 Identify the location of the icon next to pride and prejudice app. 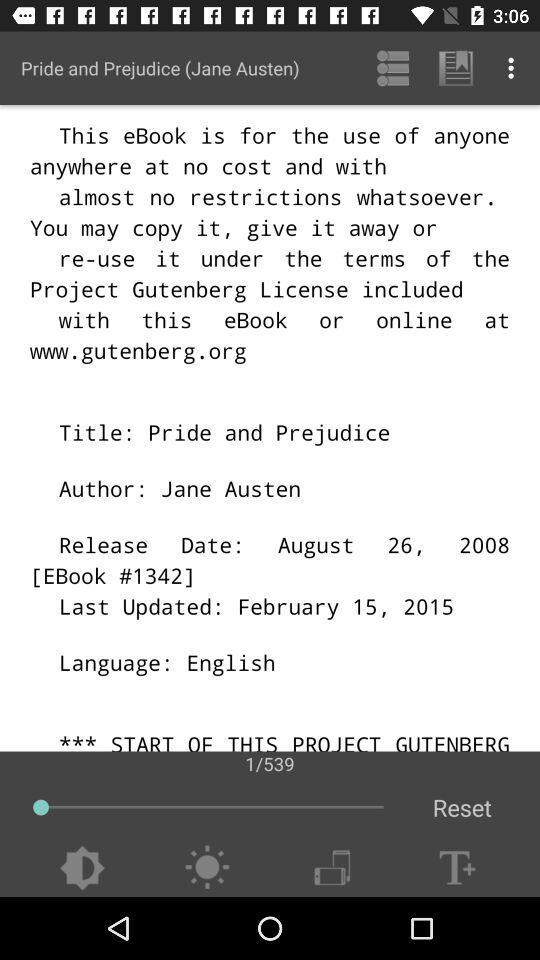
(393, 68).